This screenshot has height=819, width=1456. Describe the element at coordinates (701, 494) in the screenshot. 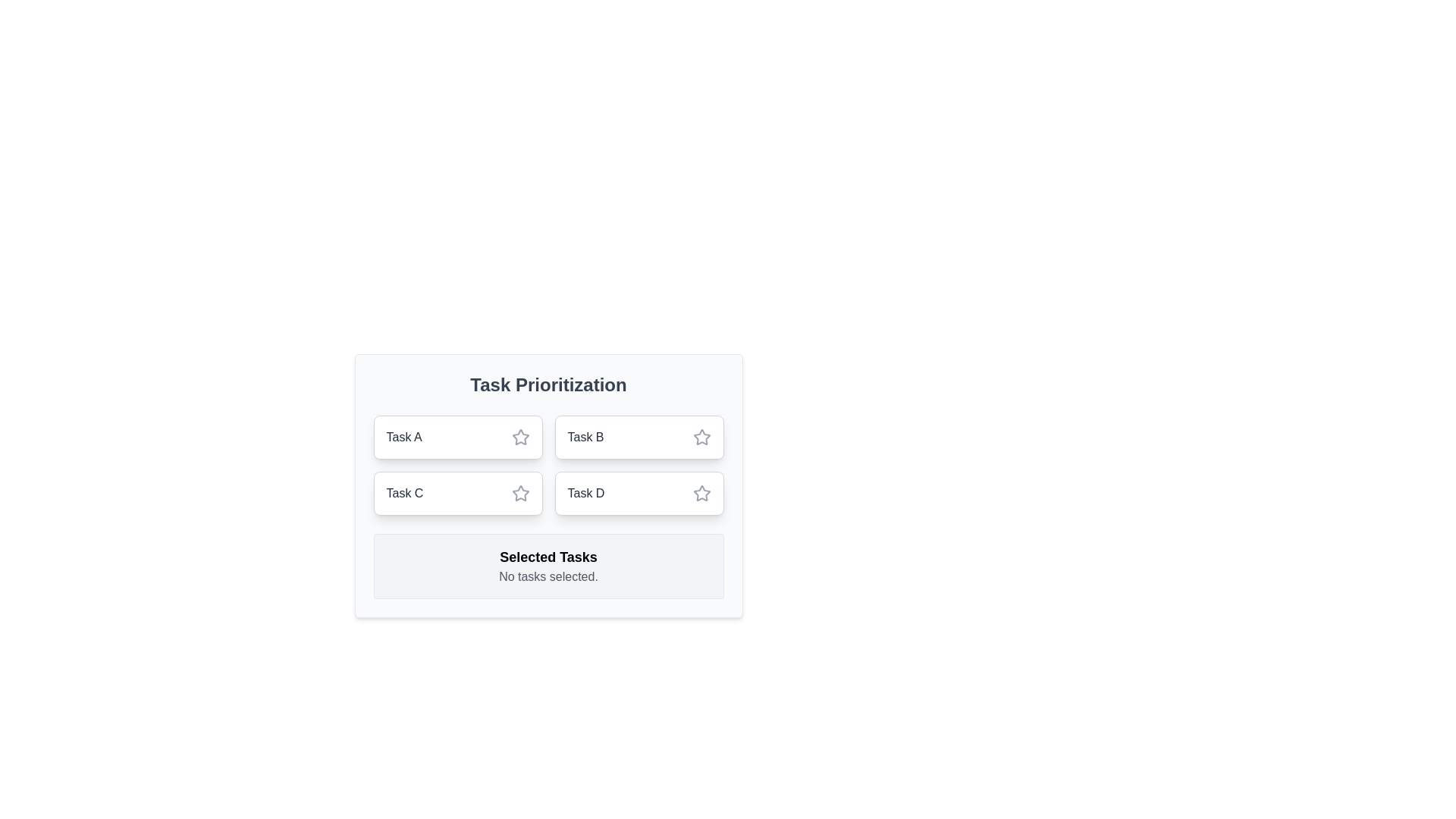

I see `the icon of the task chip for the task Task D` at that location.